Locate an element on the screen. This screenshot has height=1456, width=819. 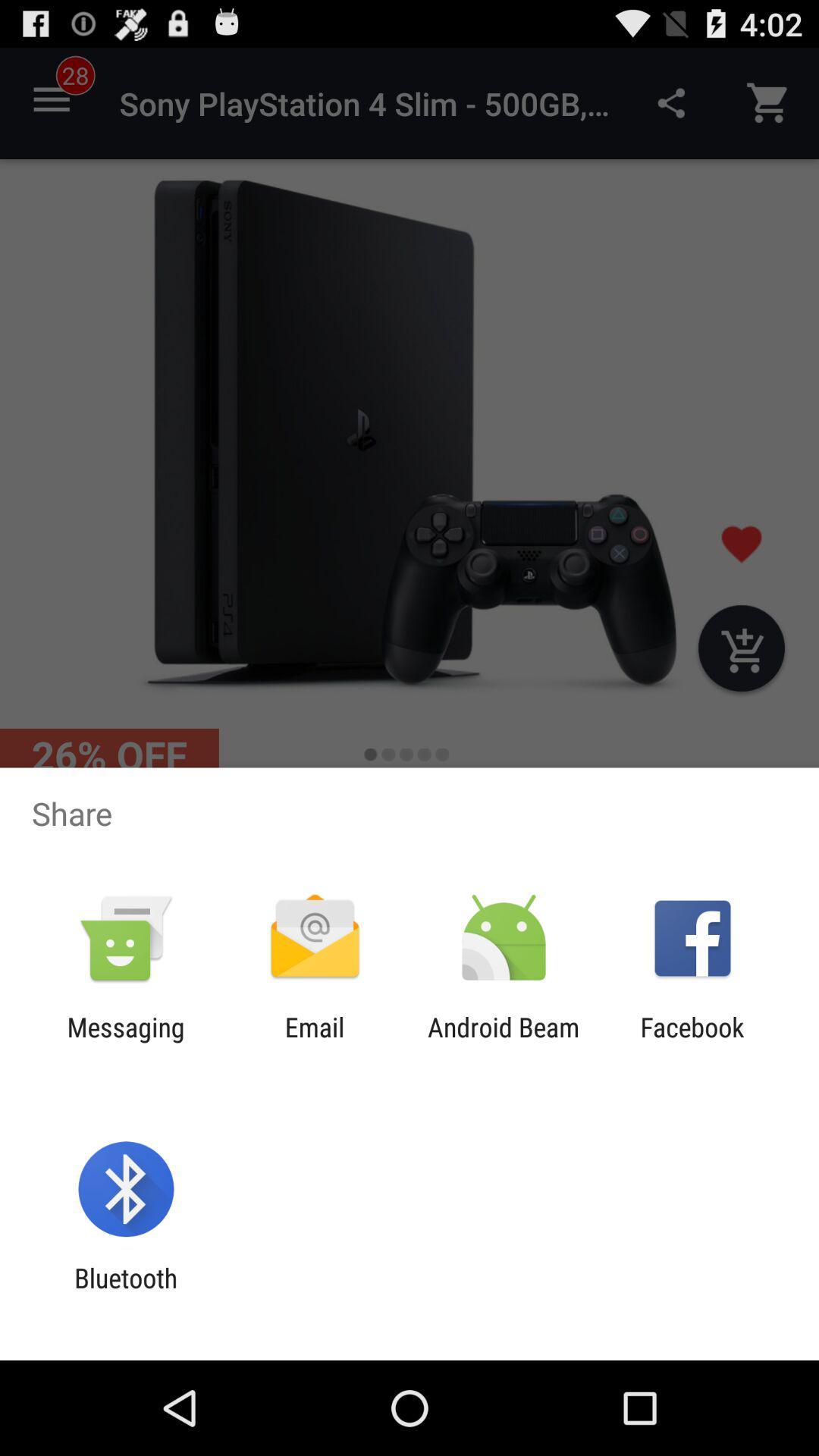
the bluetooth icon is located at coordinates (125, 1293).